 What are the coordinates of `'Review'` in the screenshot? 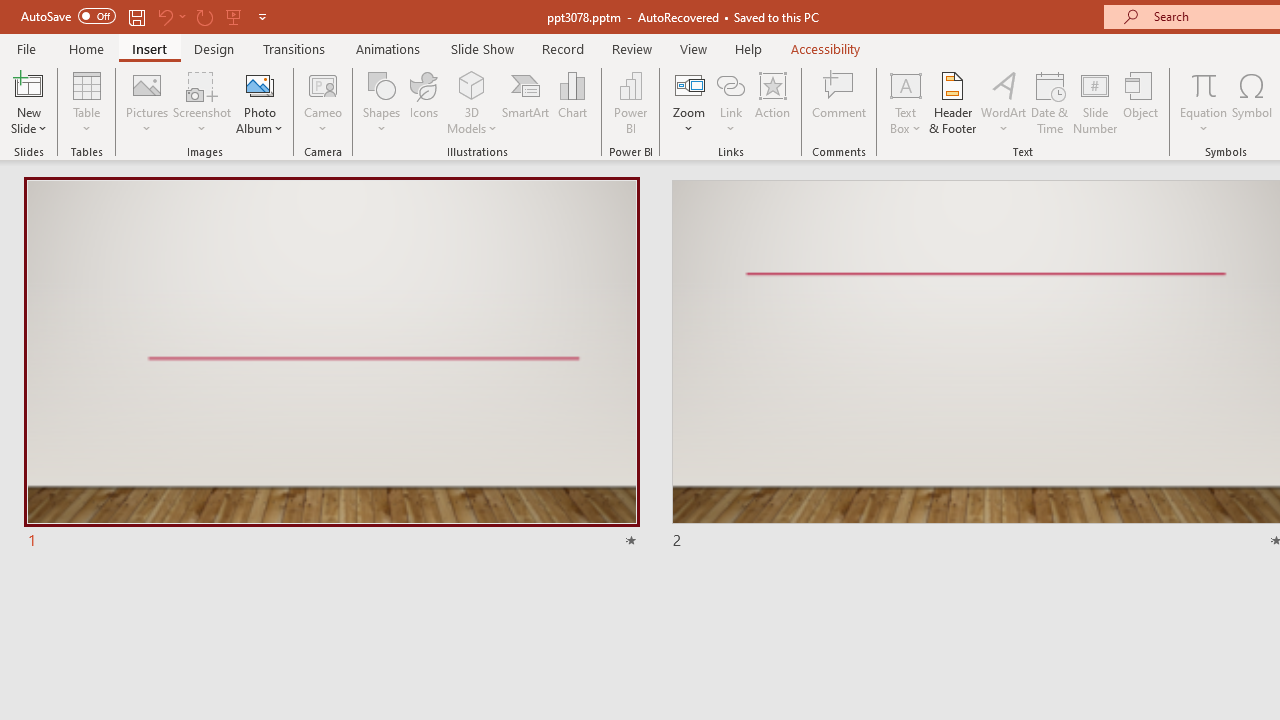 It's located at (630, 48).